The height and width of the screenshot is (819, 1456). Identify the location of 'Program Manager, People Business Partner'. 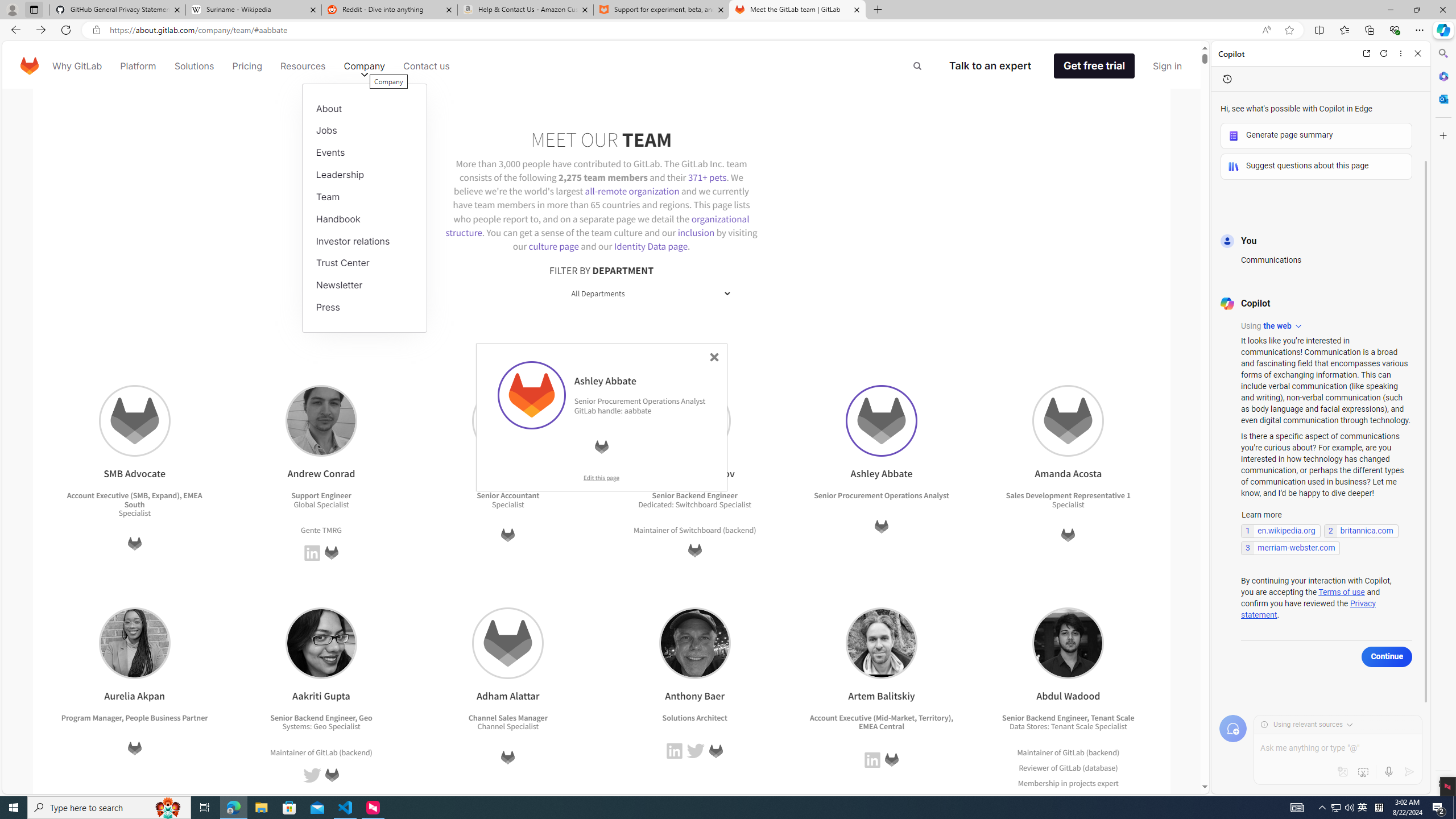
(134, 717).